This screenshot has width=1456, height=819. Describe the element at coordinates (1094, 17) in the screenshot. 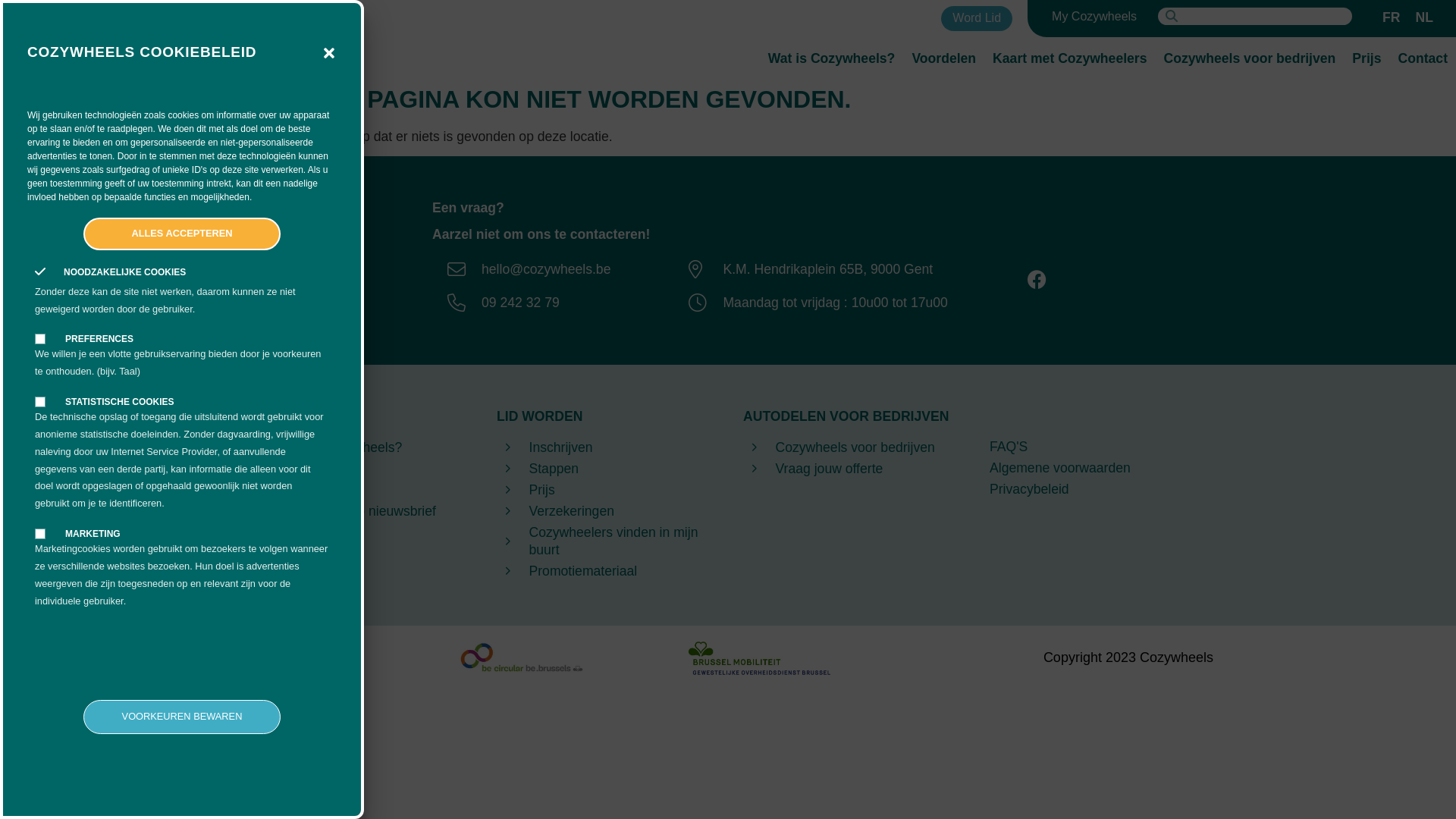

I see `'My Cozywheels'` at that location.